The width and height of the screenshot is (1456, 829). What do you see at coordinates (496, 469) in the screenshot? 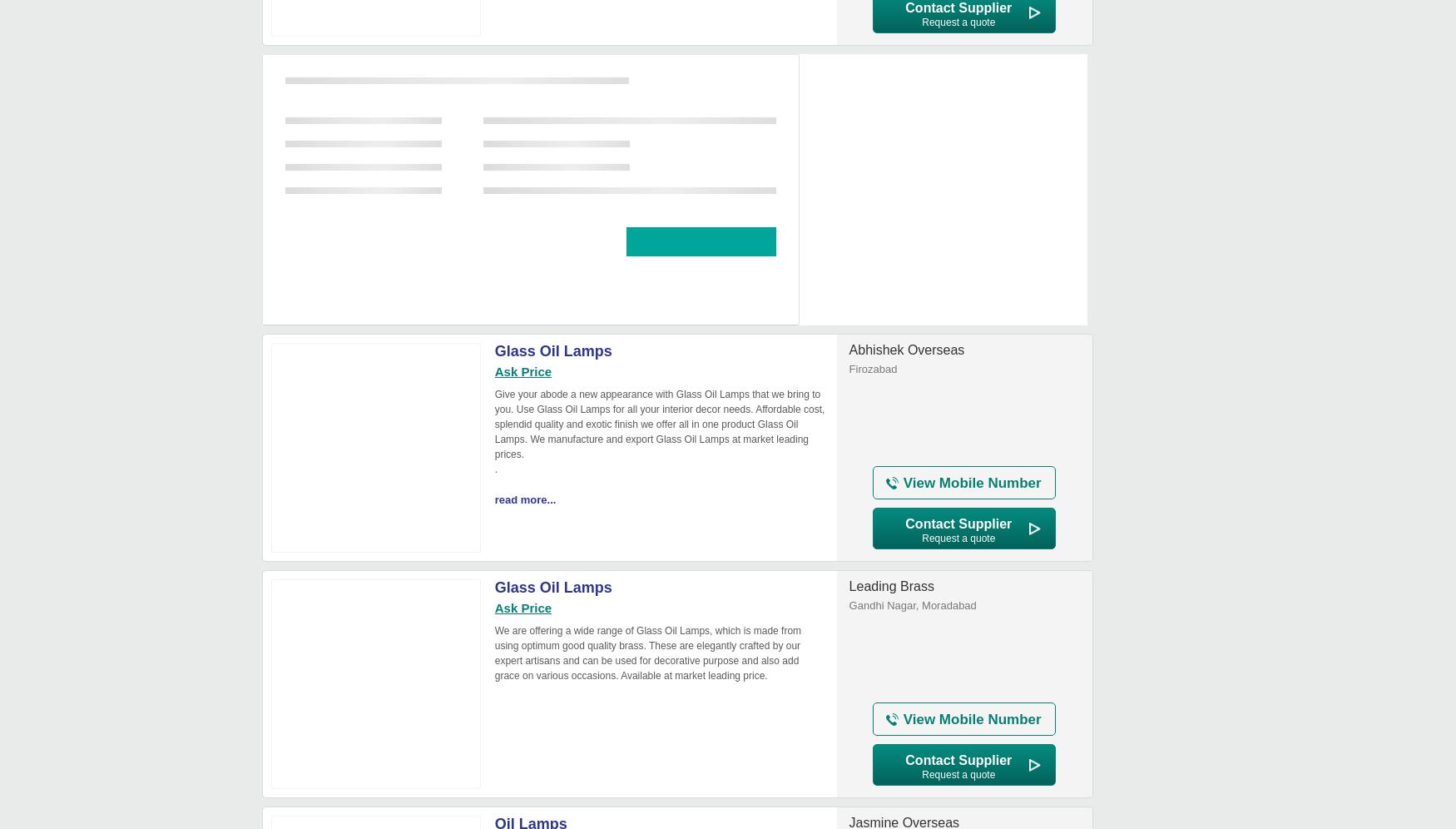
I see `'.'` at bounding box center [496, 469].